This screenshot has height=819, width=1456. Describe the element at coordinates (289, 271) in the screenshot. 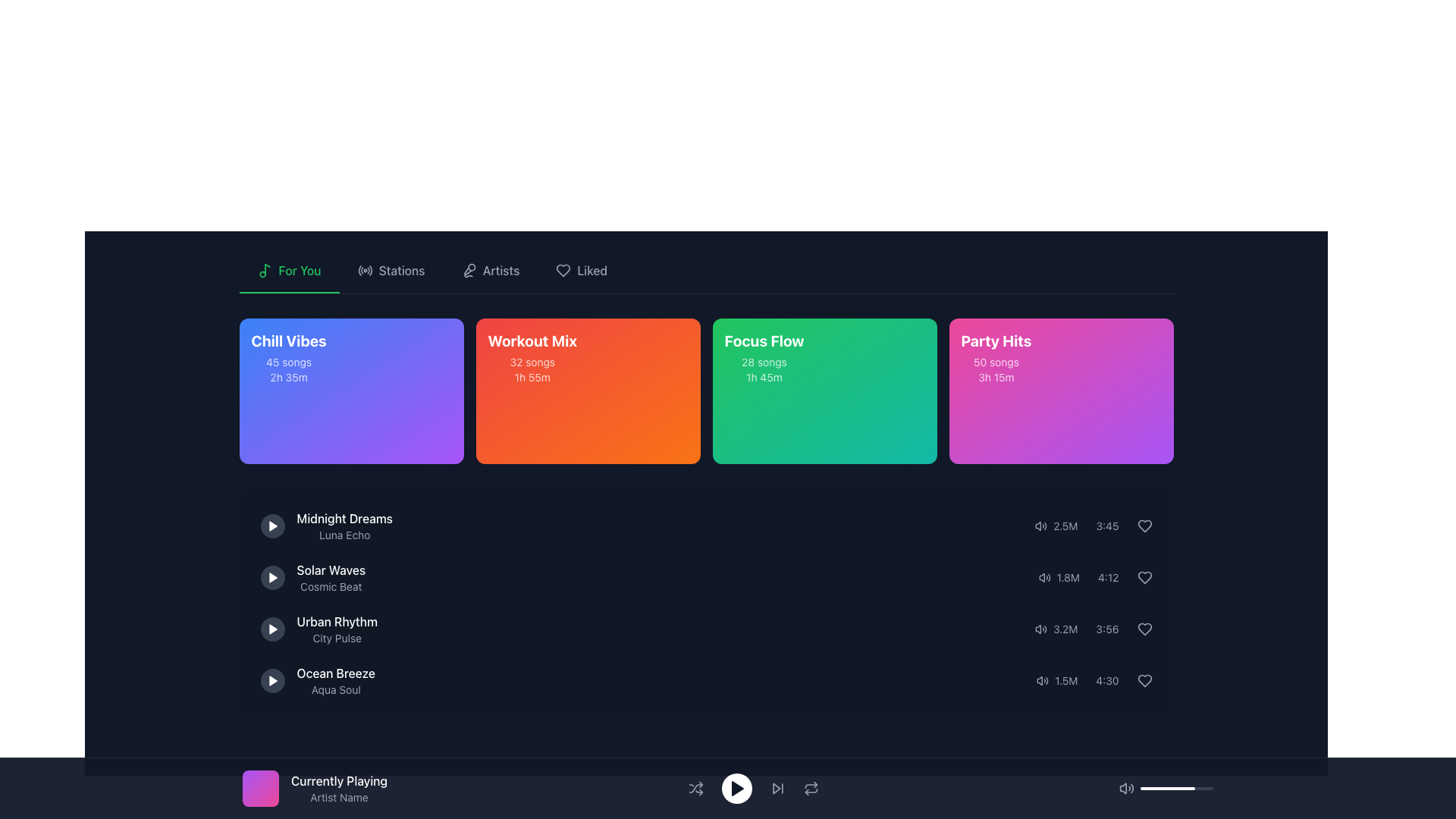

I see `the 'For You' button, which displays the text in a green font with a musical note icon on its left, located in the top-left section of the interface` at that location.